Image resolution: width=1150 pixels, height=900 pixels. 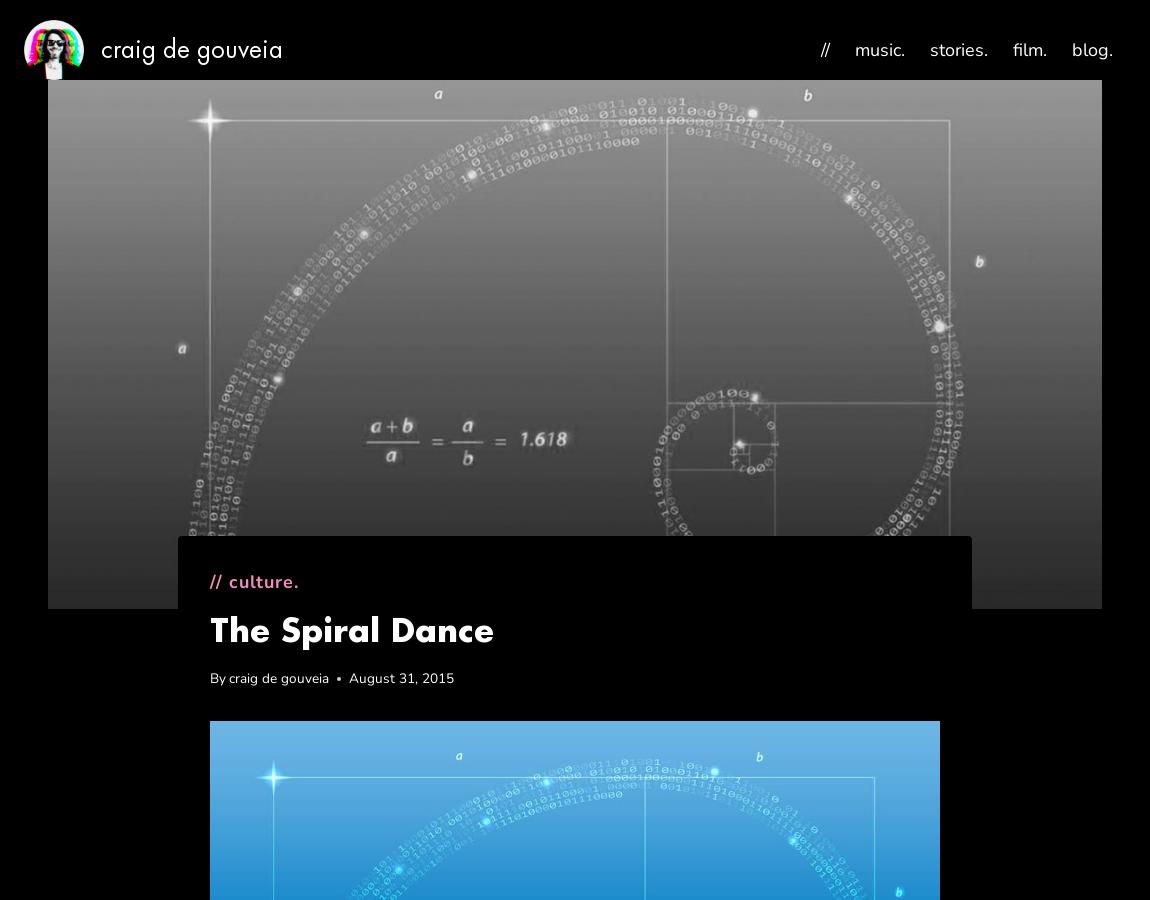 What do you see at coordinates (208, 676) in the screenshot?
I see `'By'` at bounding box center [208, 676].